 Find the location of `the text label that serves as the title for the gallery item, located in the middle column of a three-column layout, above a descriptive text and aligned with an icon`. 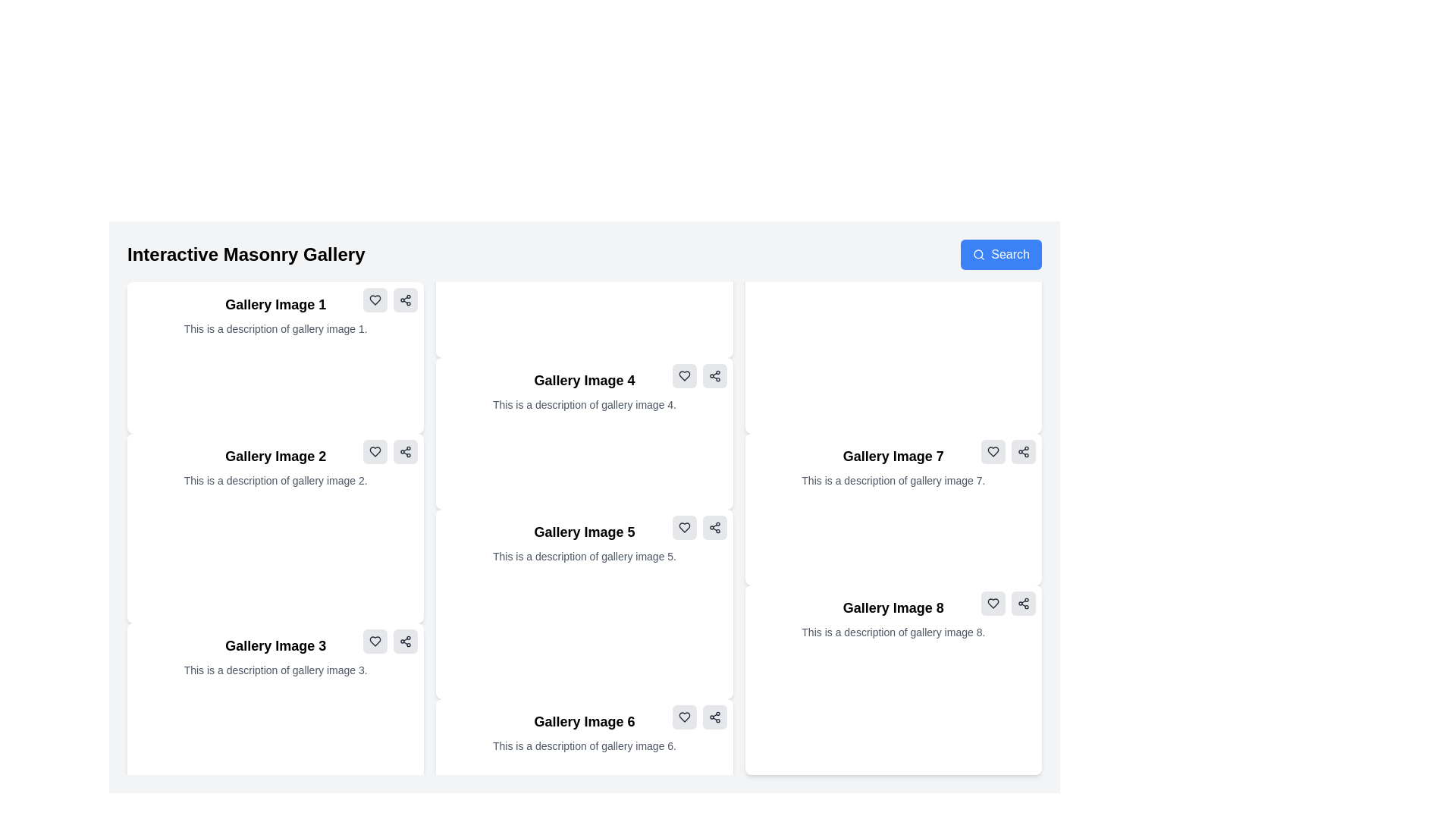

the text label that serves as the title for the gallery item, located in the middle column of a three-column layout, above a descriptive text and aligned with an icon is located at coordinates (584, 379).